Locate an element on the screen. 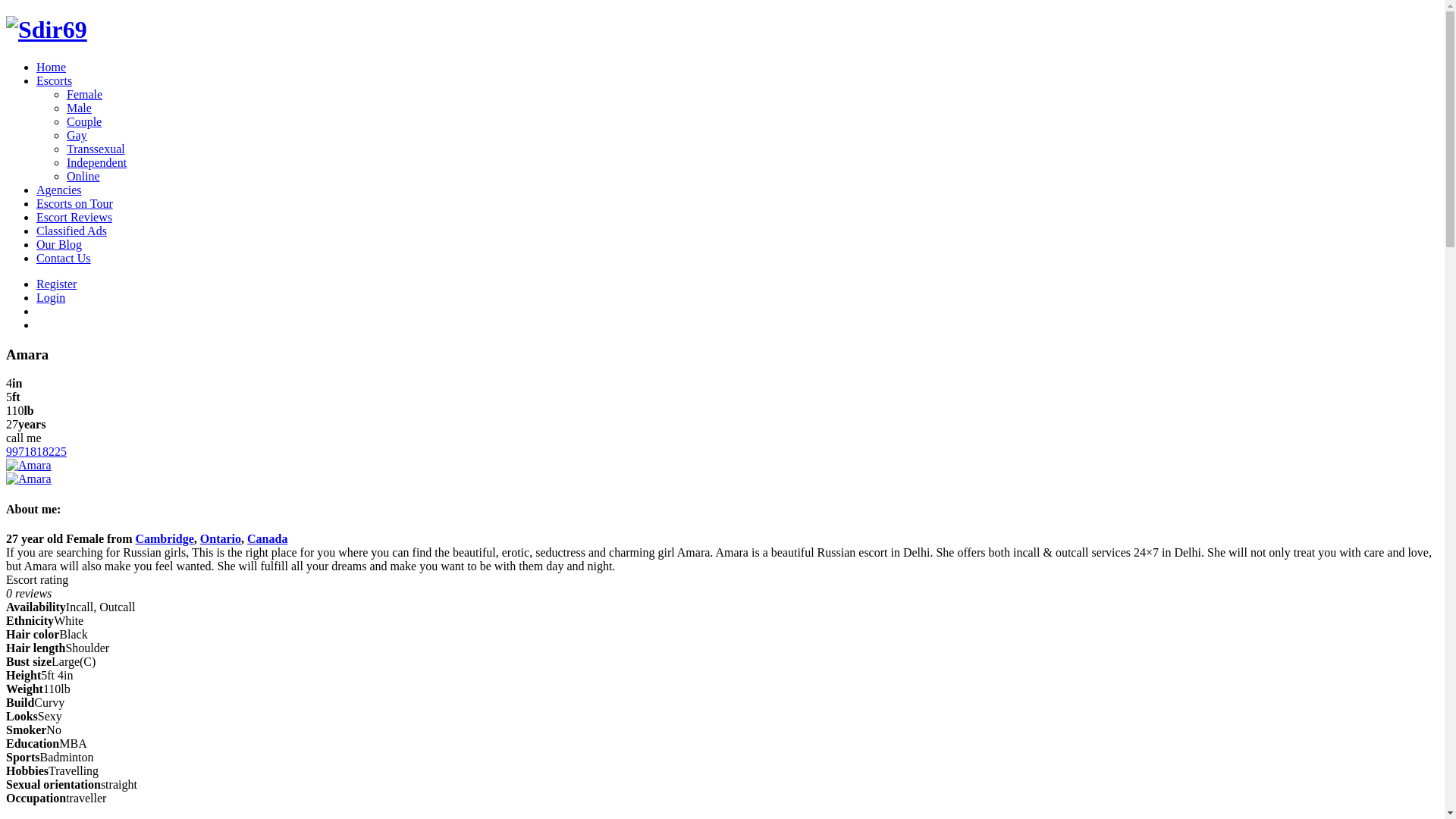 The height and width of the screenshot is (819, 1456). 'Couple' is located at coordinates (83, 121).